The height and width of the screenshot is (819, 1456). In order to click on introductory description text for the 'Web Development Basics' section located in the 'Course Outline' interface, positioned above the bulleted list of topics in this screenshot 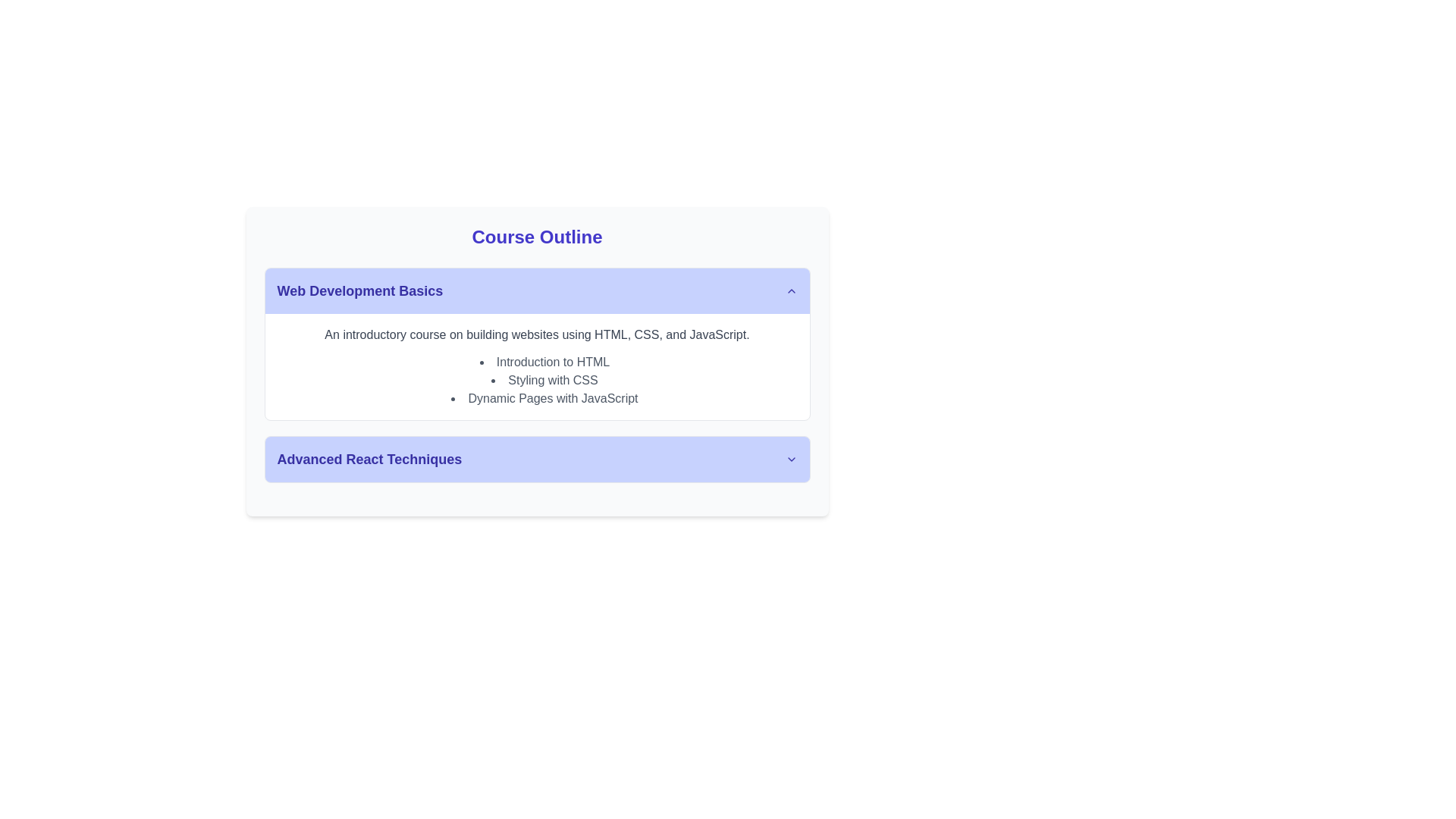, I will do `click(537, 334)`.